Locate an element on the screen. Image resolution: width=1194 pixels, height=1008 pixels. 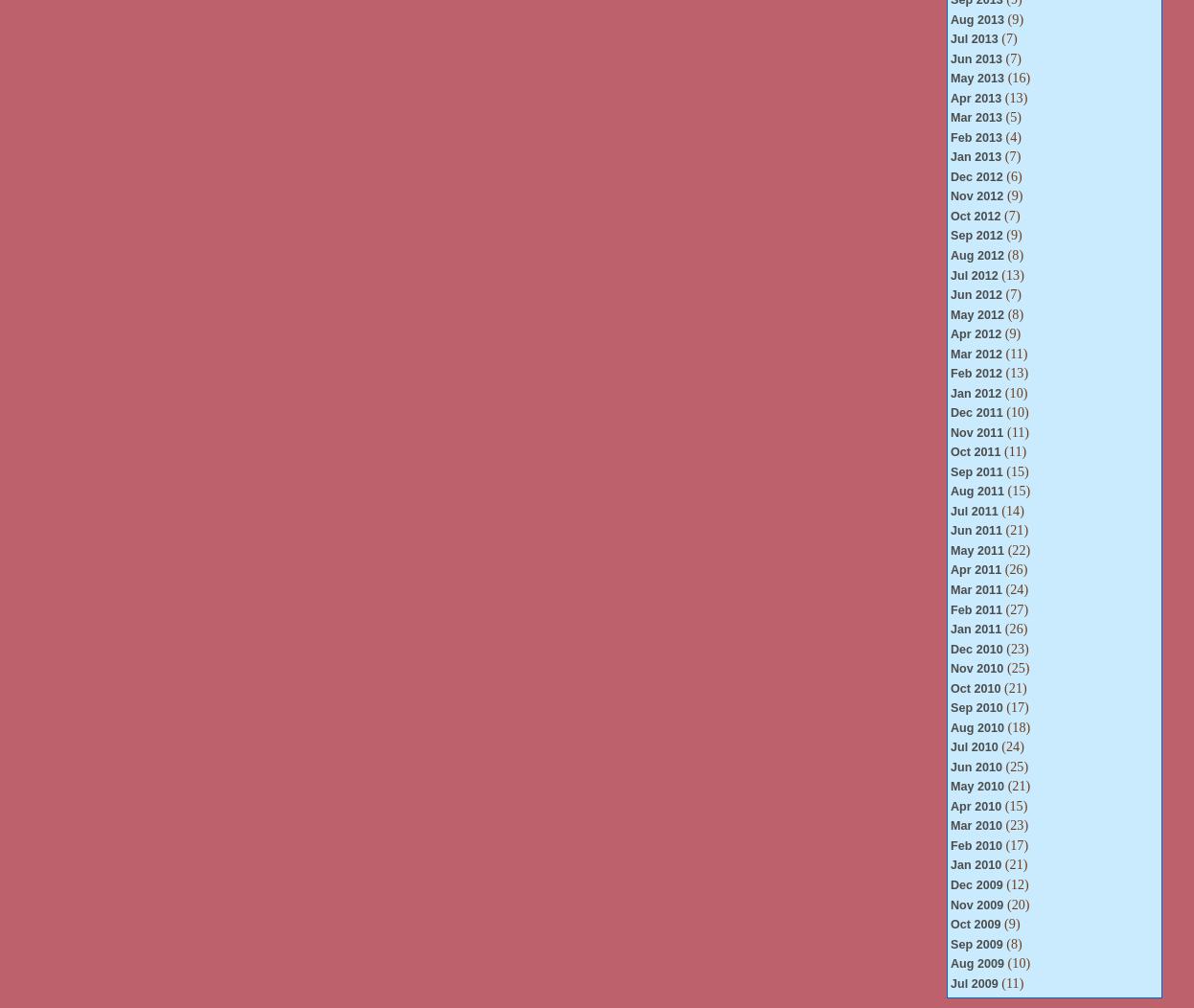
'(18)' is located at coordinates (1017, 724).